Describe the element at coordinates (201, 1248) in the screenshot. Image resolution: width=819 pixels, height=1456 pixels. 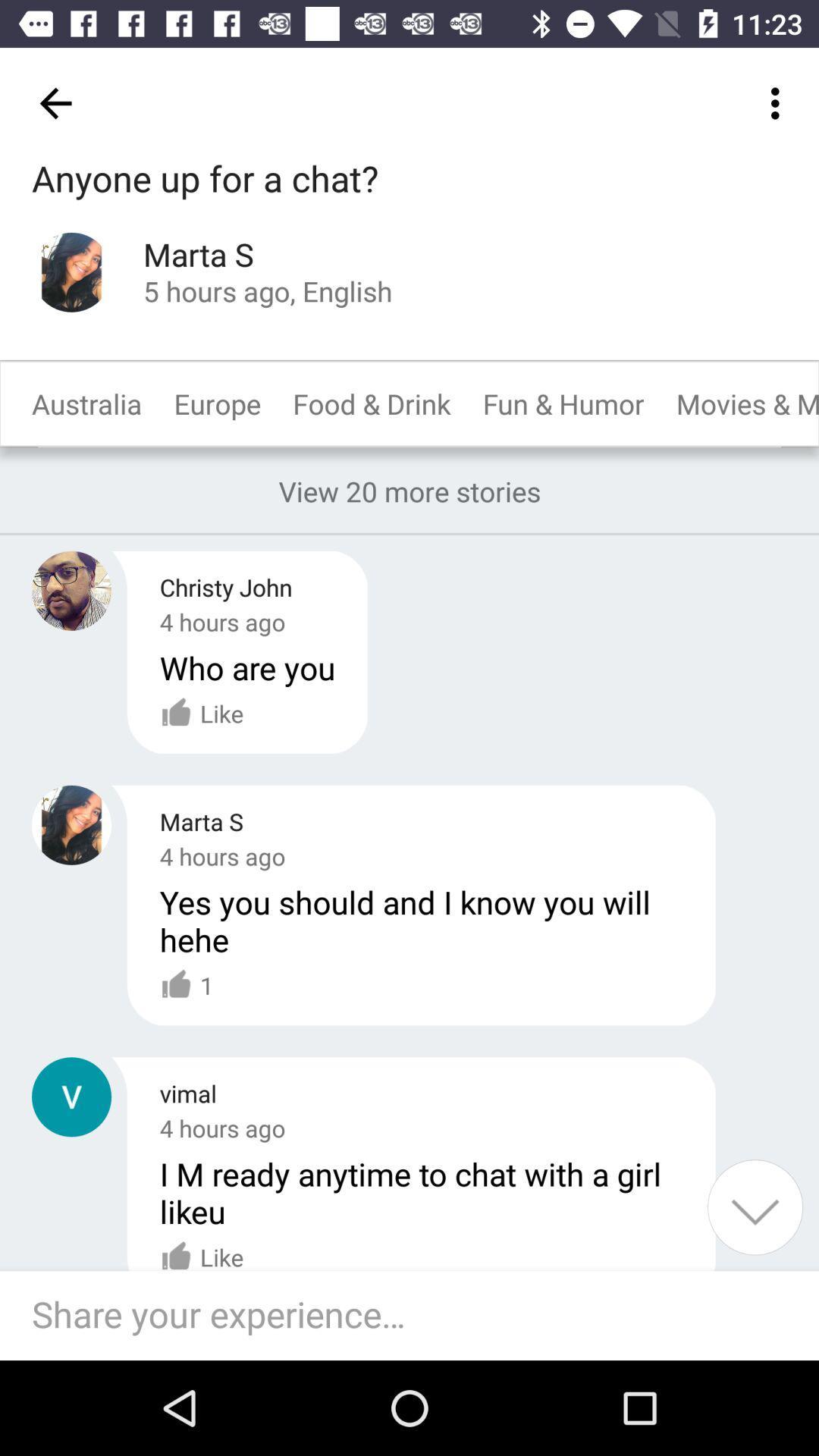
I see `move to the text which is below the text likeu` at that location.